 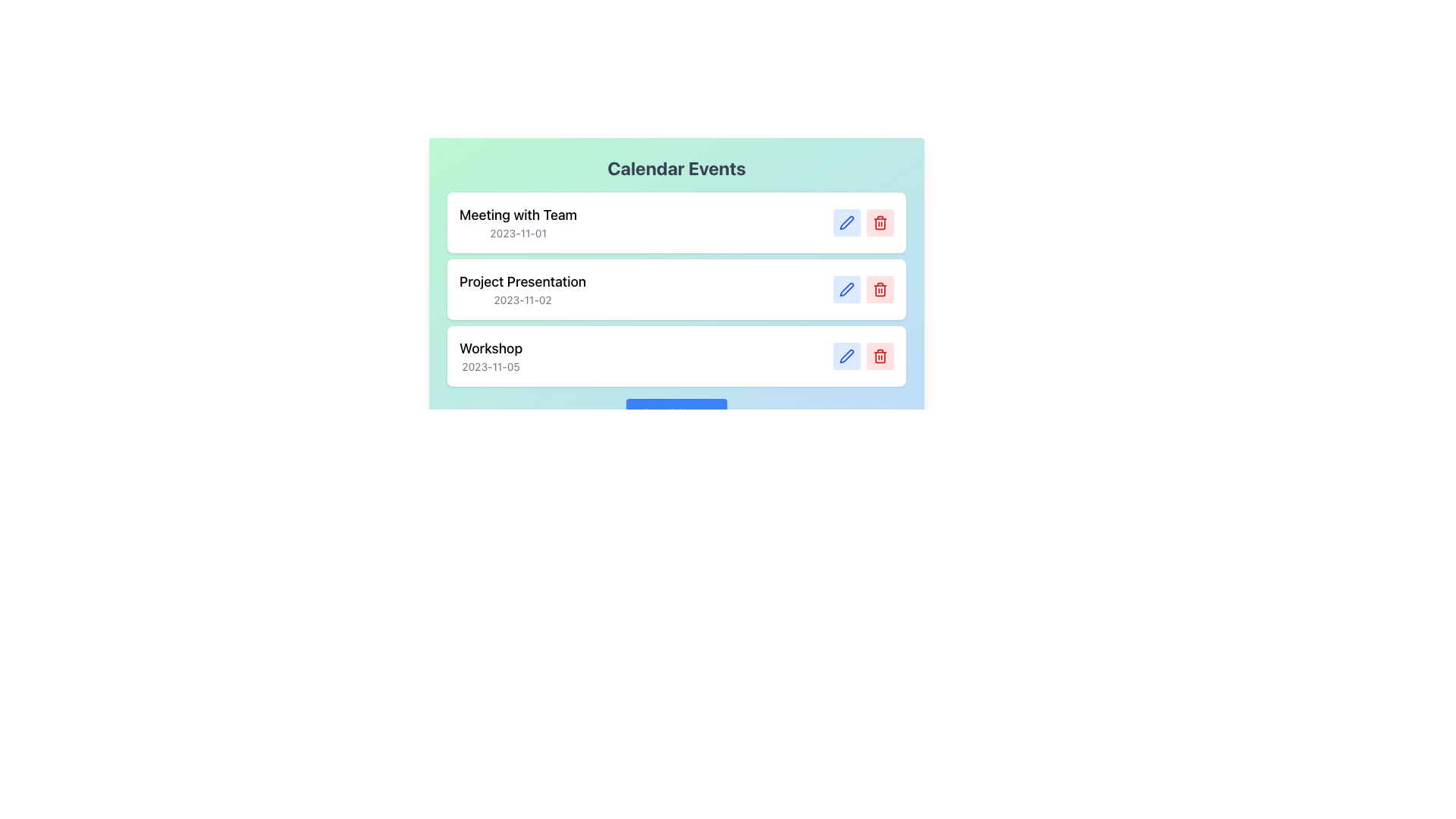 What do you see at coordinates (846, 222) in the screenshot?
I see `the edit icon located to the right of the 'Meeting with Team' text in the first row of the calendar` at bounding box center [846, 222].